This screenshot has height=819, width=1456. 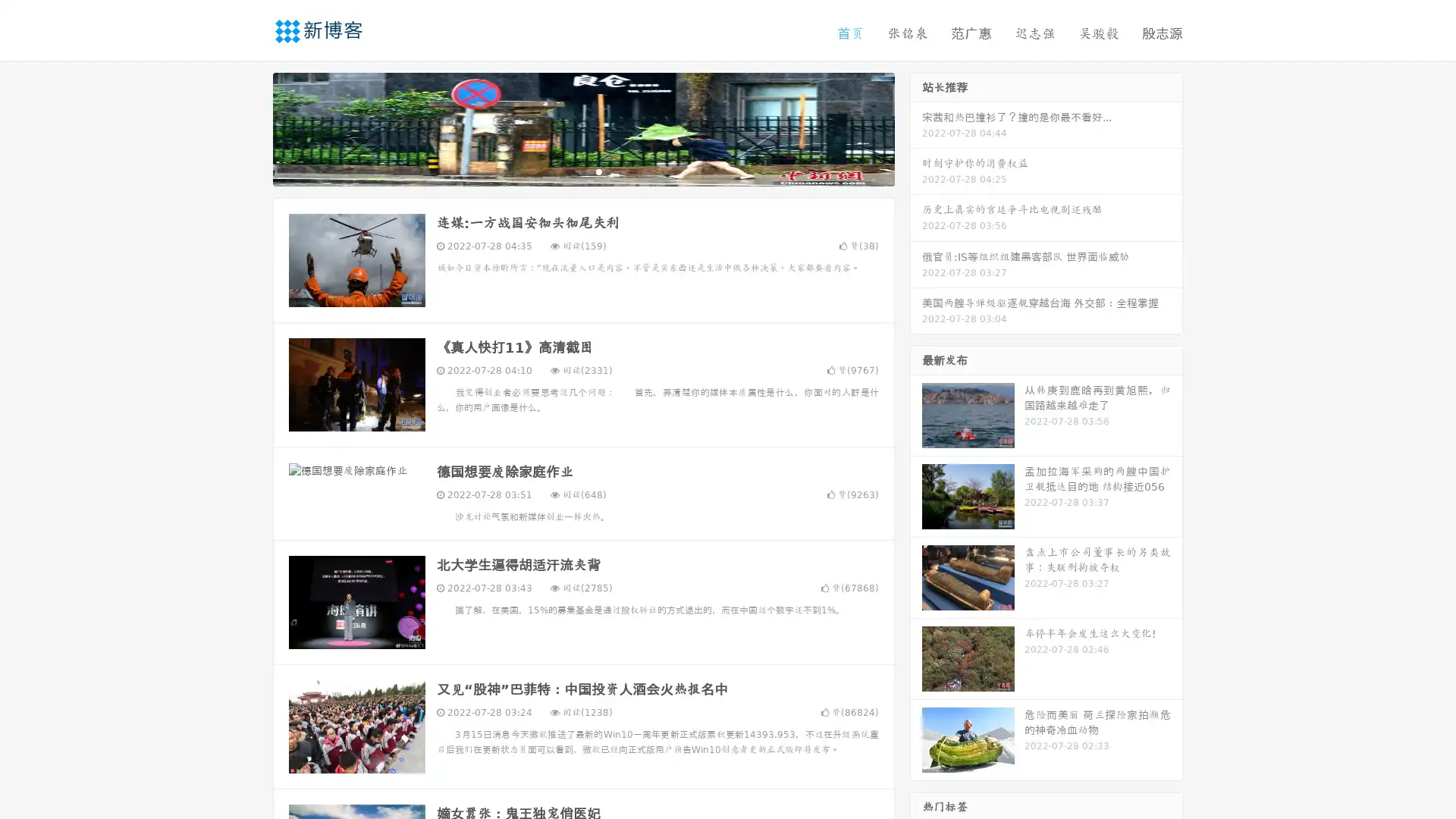 I want to click on Previous slide, so click(x=250, y=127).